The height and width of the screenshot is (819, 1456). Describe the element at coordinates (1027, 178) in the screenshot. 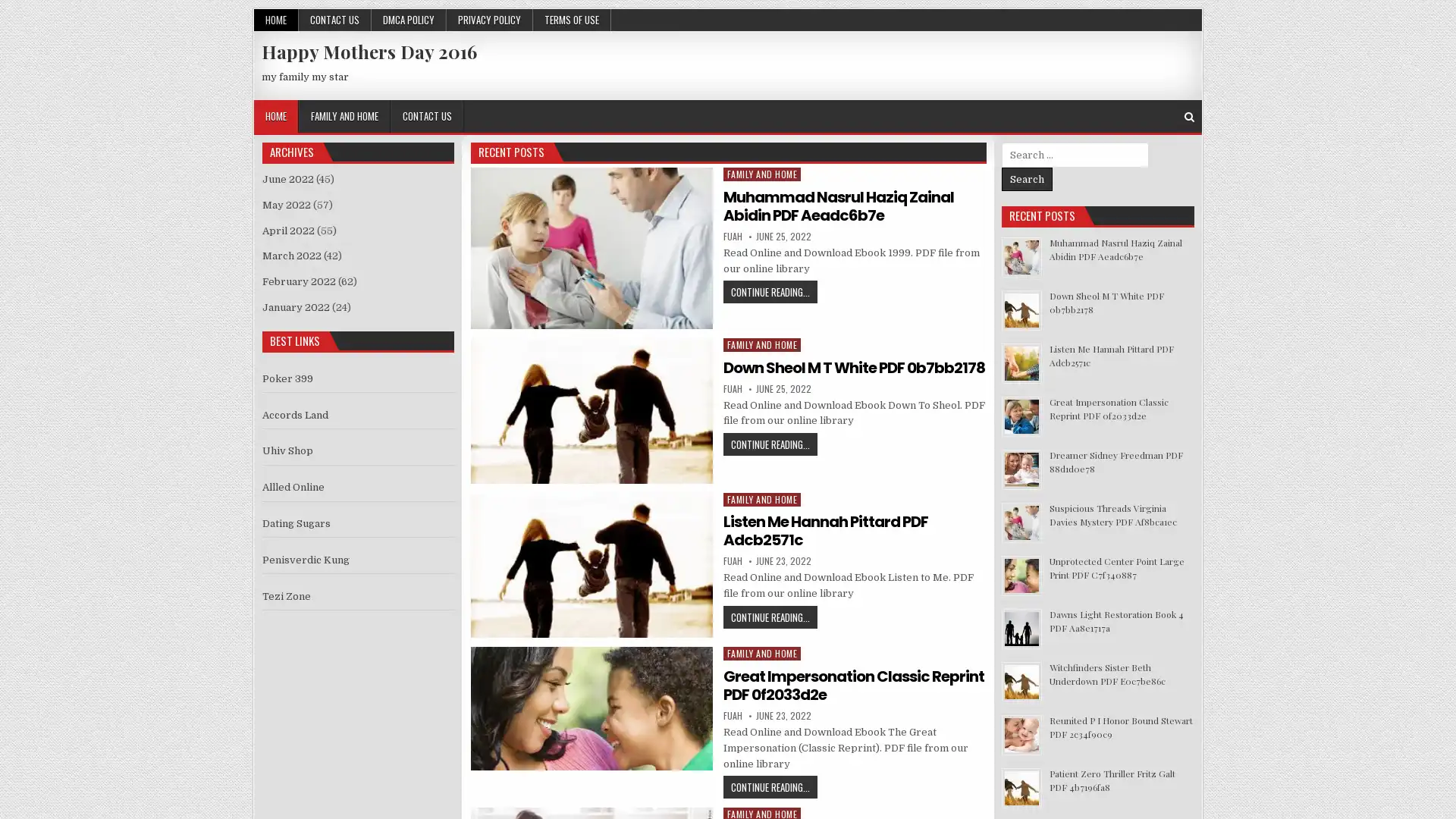

I see `Search` at that location.